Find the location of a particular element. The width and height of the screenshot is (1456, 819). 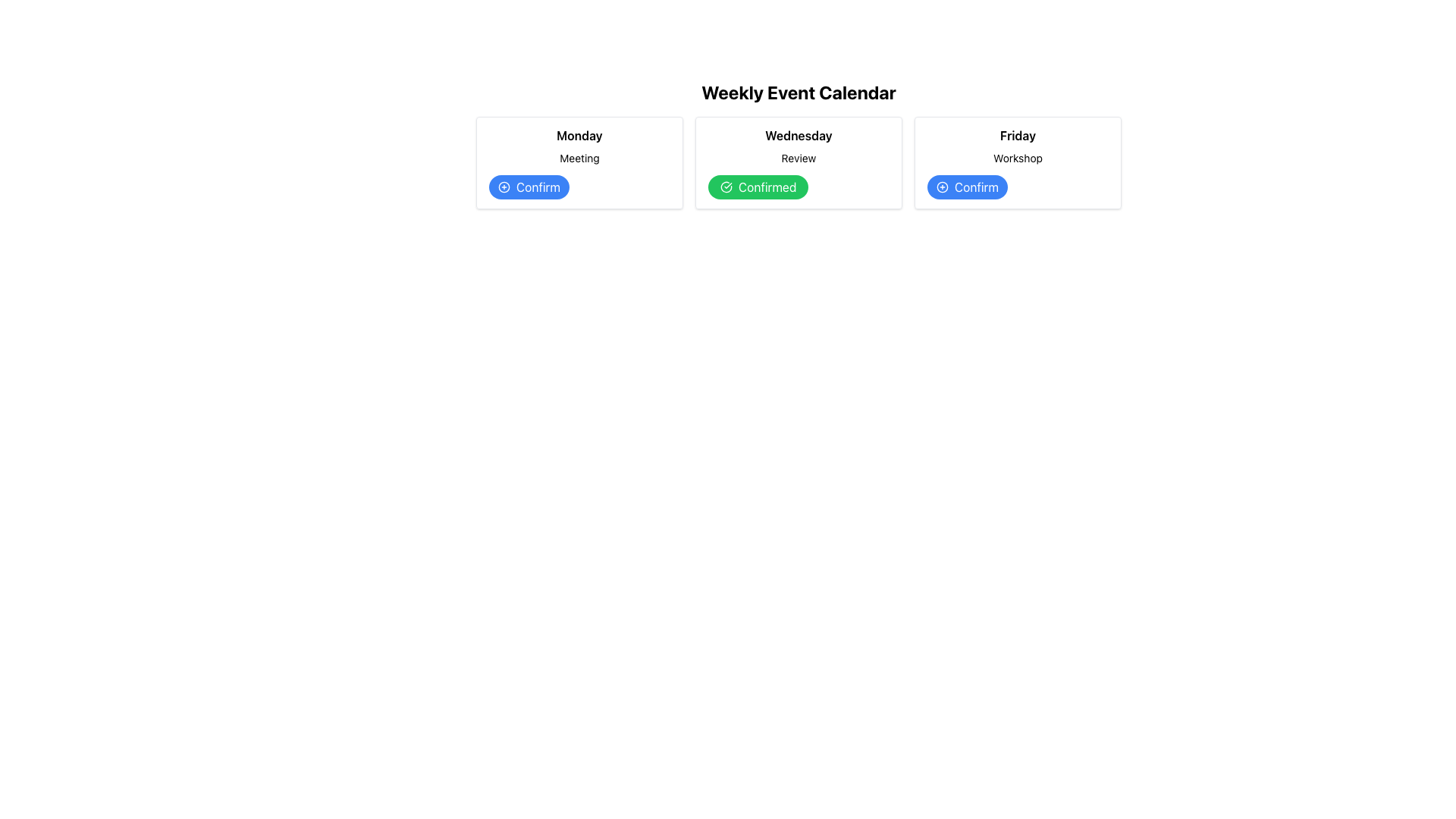

the SVG Circle icon located in the middle of the 'Confirm' button within the rightmost card labeled 'Friday Workshop' under the 'Weekly Event Calendar' is located at coordinates (942, 186).